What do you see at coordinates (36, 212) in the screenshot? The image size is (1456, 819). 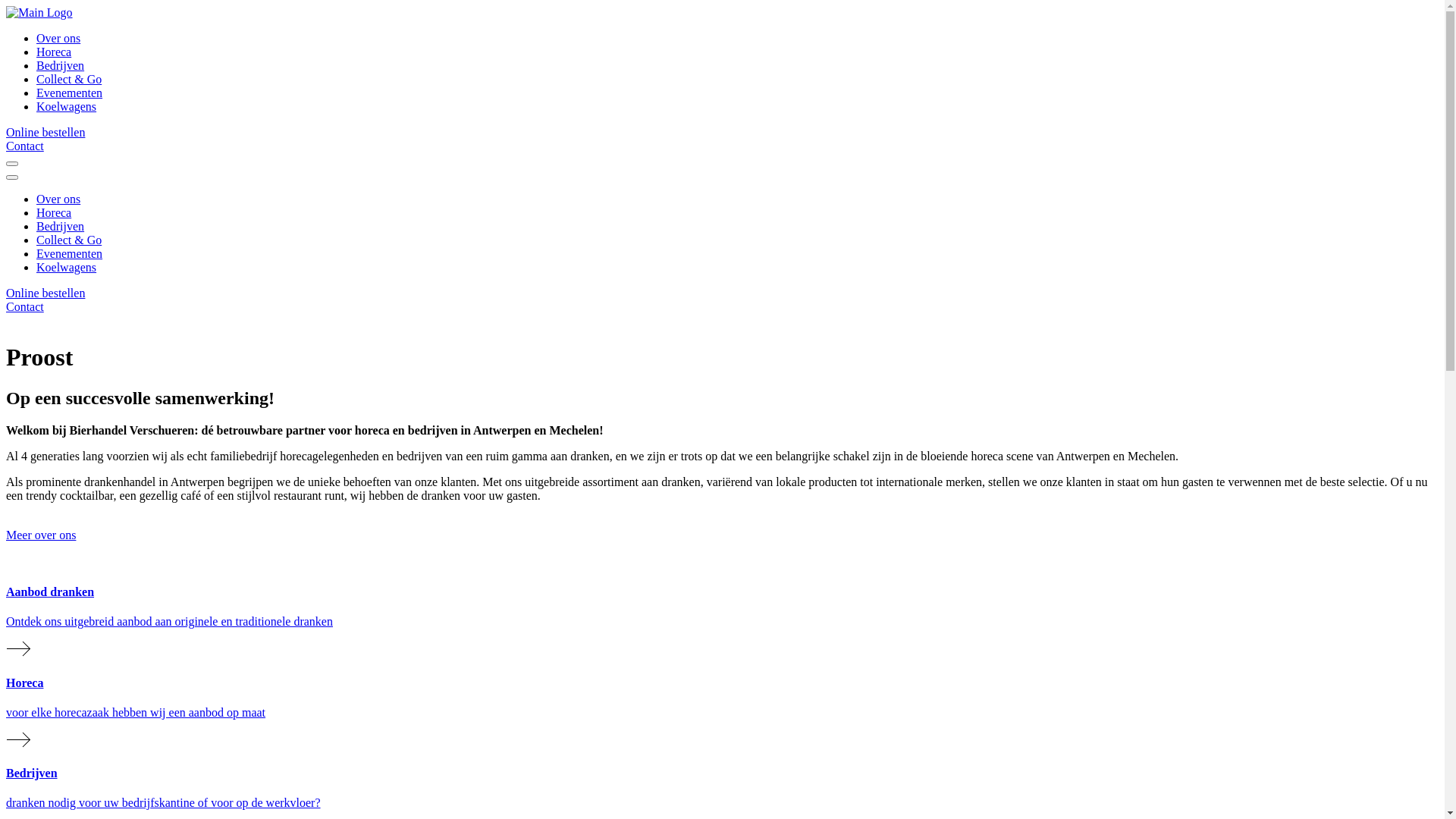 I see `'Horeca'` at bounding box center [36, 212].